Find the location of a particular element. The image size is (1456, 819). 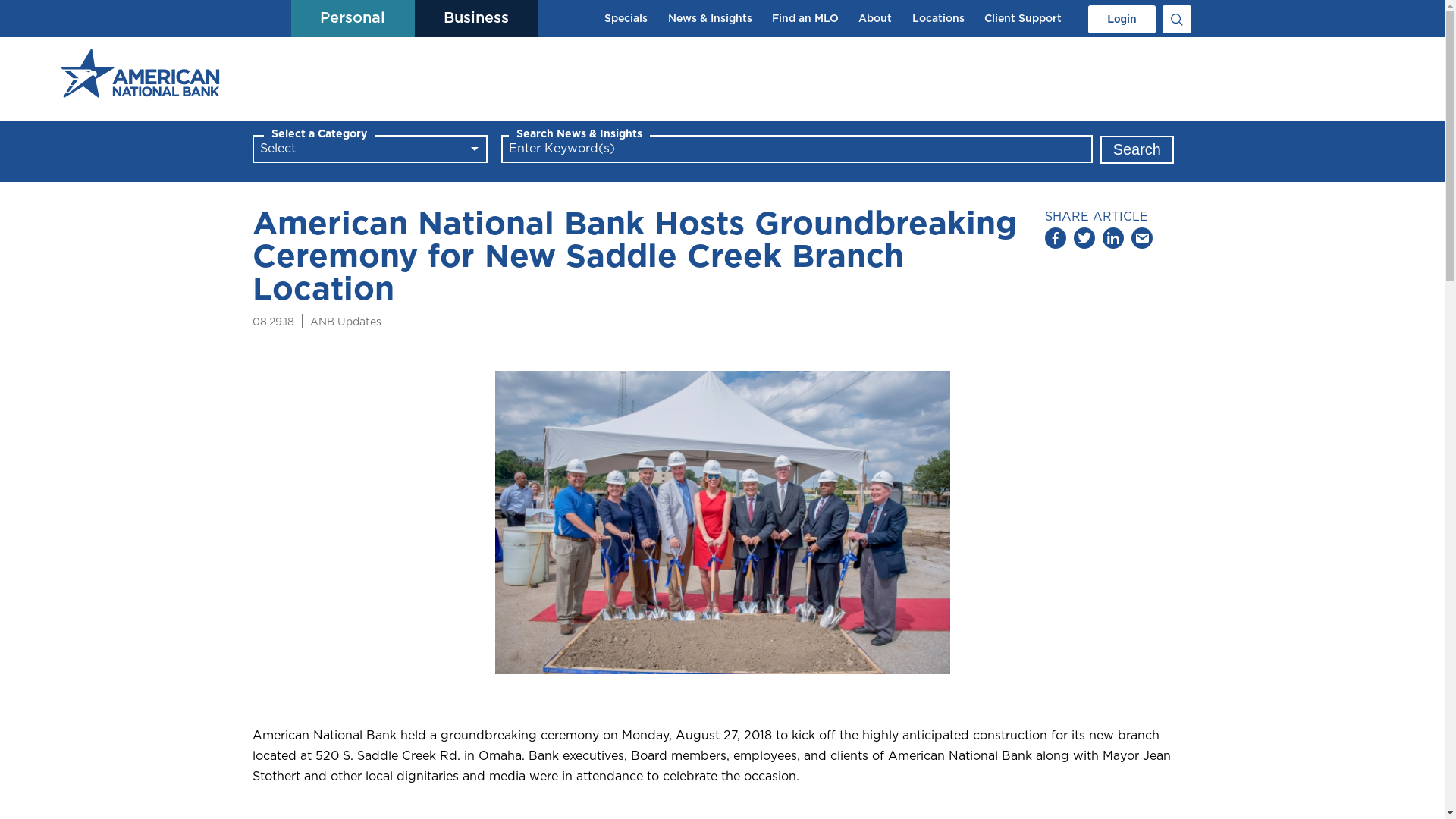

'Client Support' is located at coordinates (1022, 17).